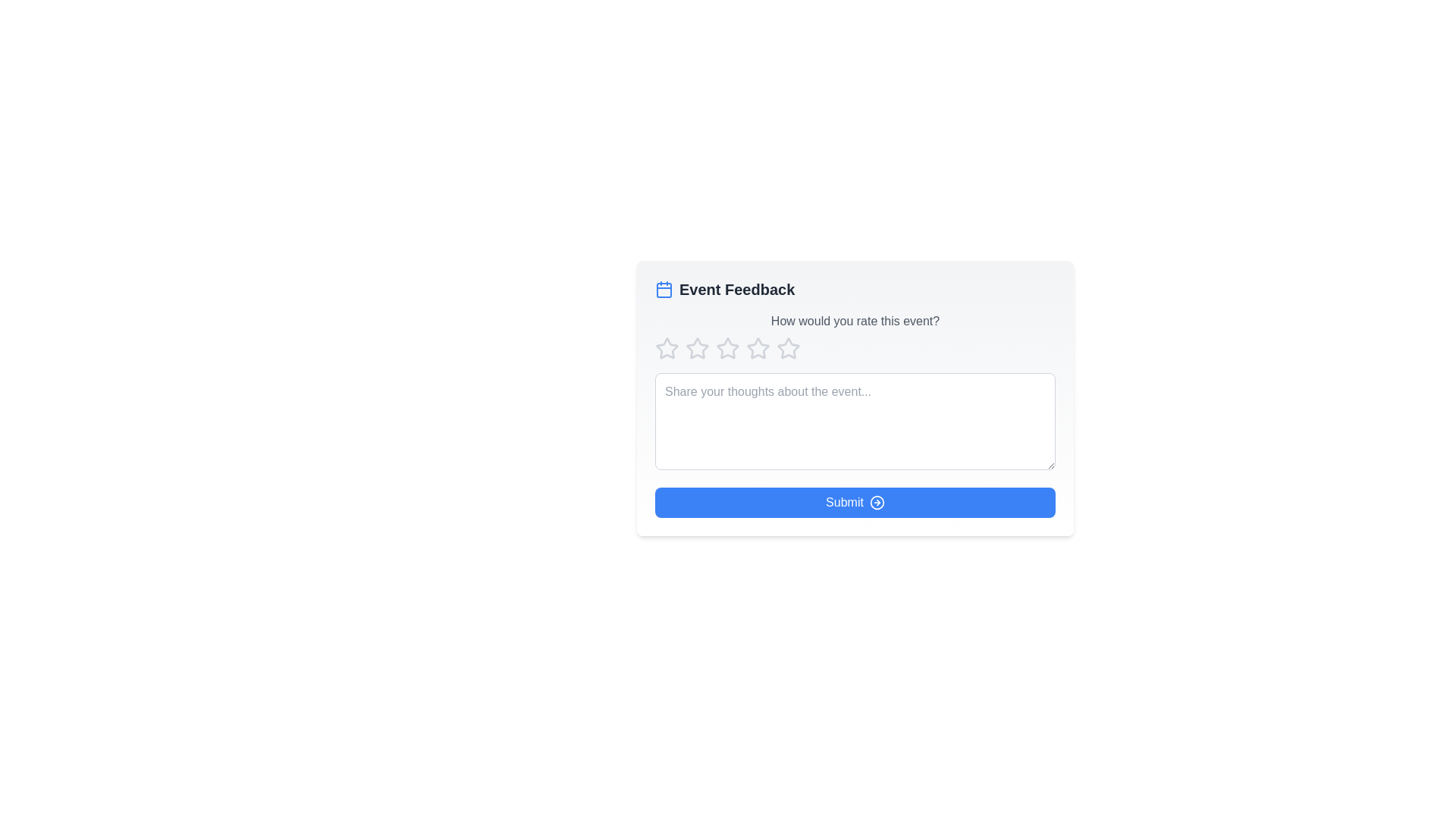  What do you see at coordinates (726, 348) in the screenshot?
I see `the second star icon in the rating system` at bounding box center [726, 348].